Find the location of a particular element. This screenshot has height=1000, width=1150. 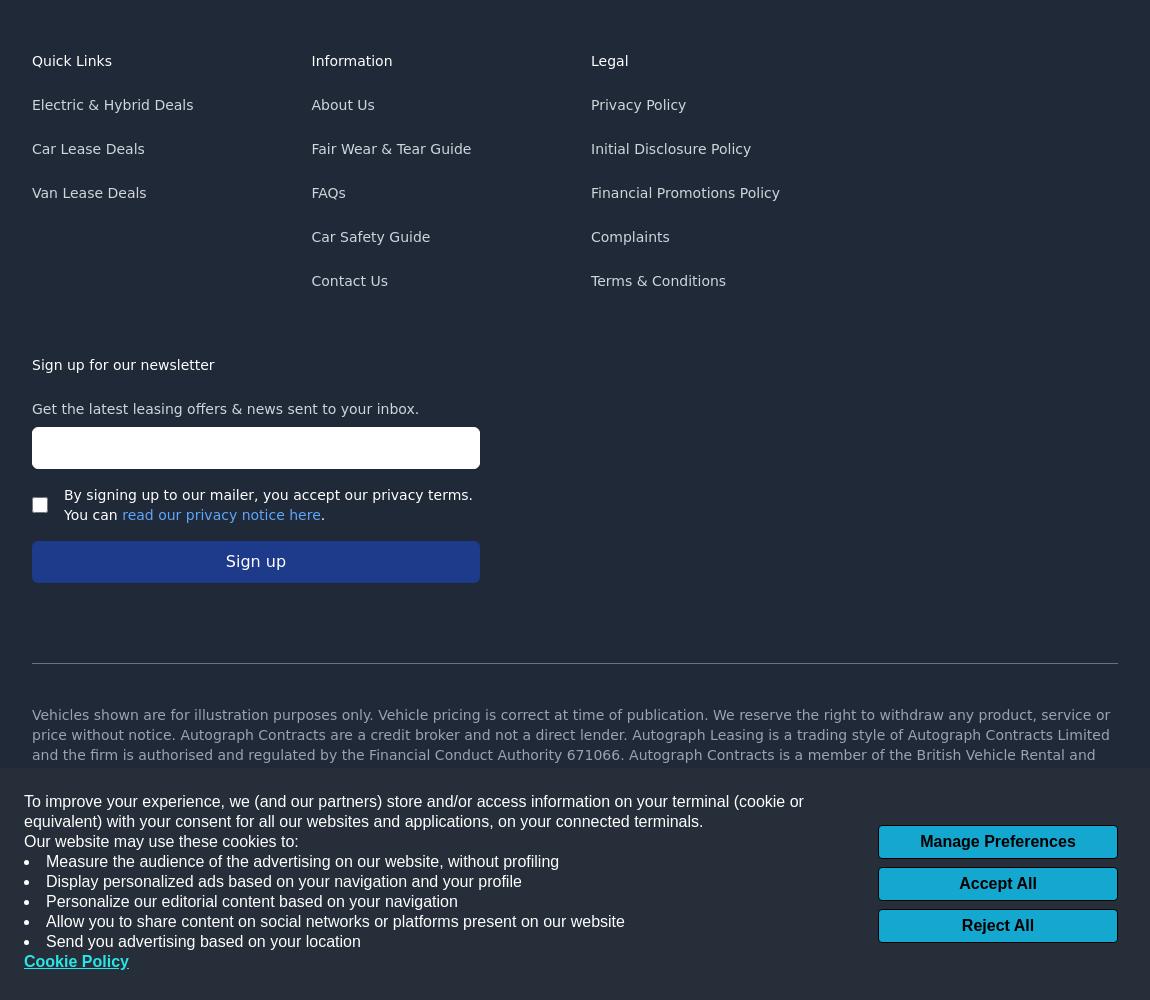

'Car Lease Deals' is located at coordinates (86, 149).